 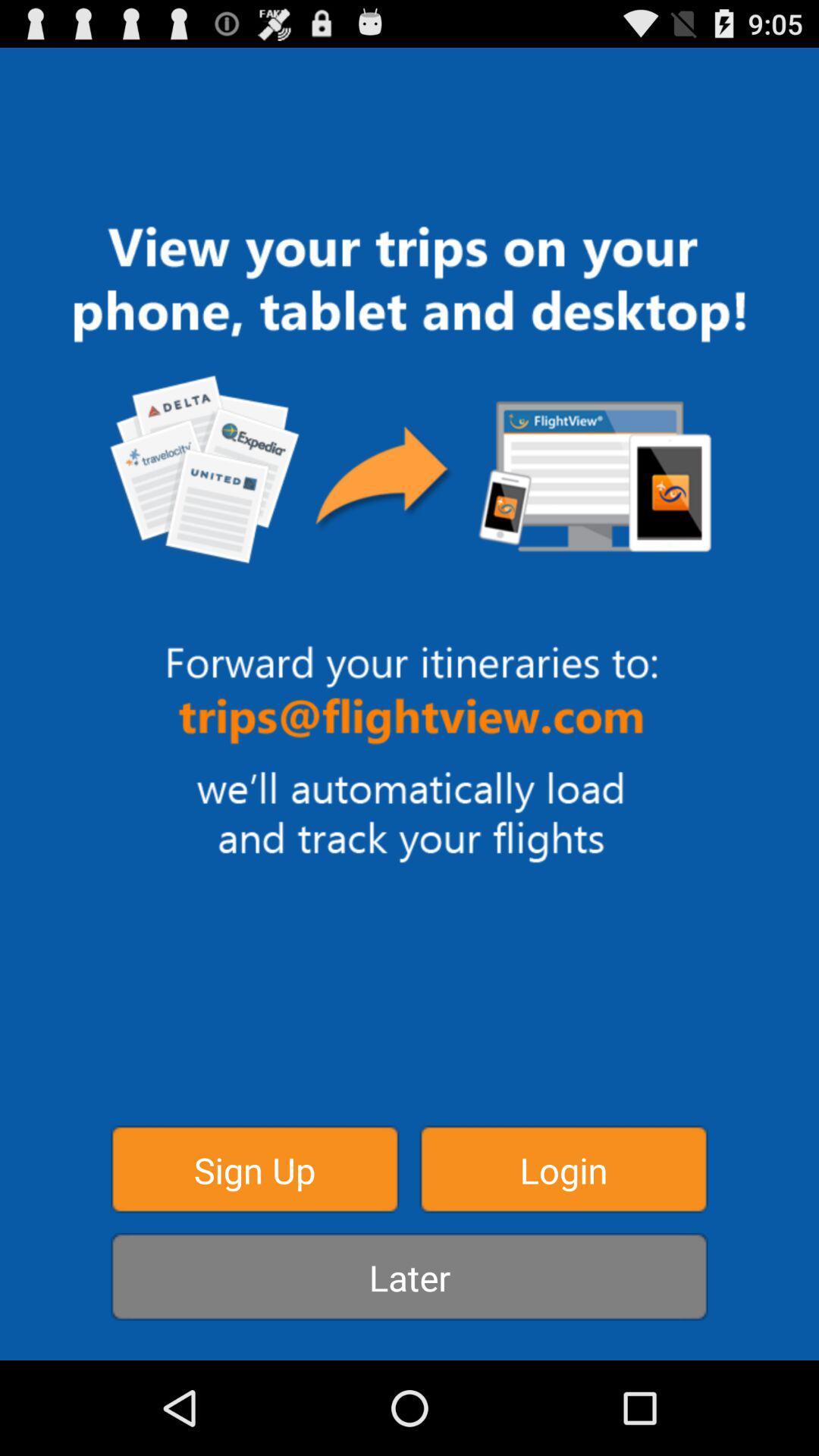 I want to click on item at the bottom right corner, so click(x=563, y=1168).